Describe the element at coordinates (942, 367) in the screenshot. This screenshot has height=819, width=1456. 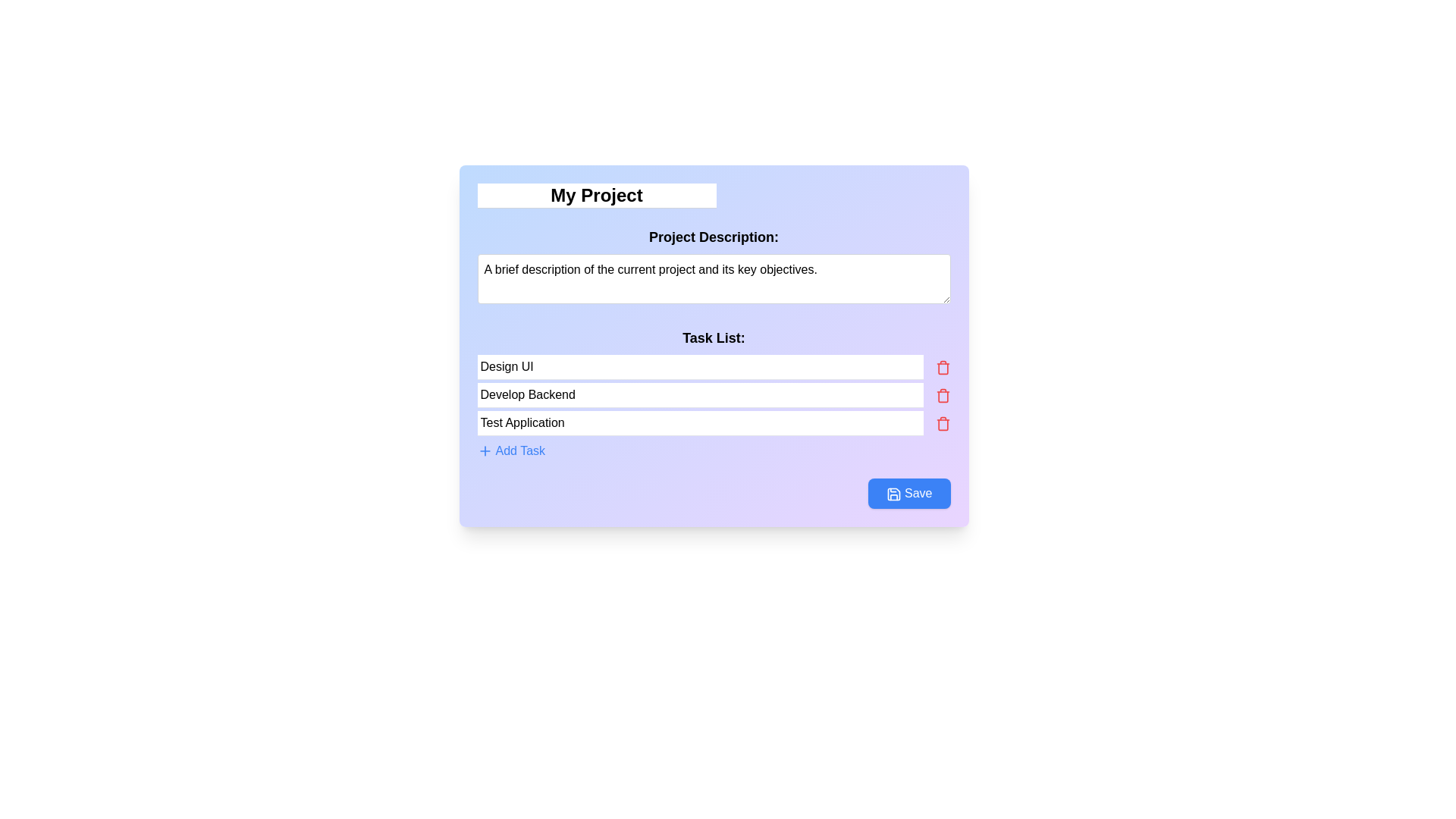
I see `the red trash can-shaped icon located to the right of the 'Design UI' text field` at that location.